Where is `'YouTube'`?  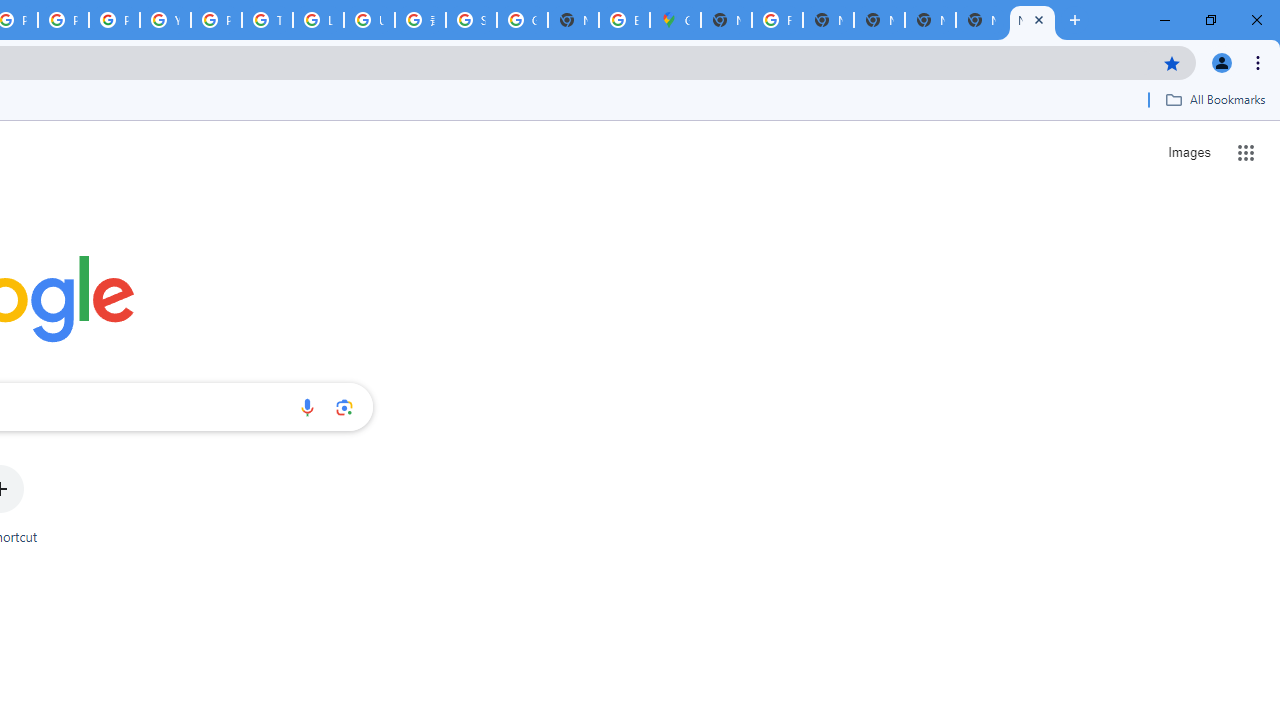
'YouTube' is located at coordinates (165, 20).